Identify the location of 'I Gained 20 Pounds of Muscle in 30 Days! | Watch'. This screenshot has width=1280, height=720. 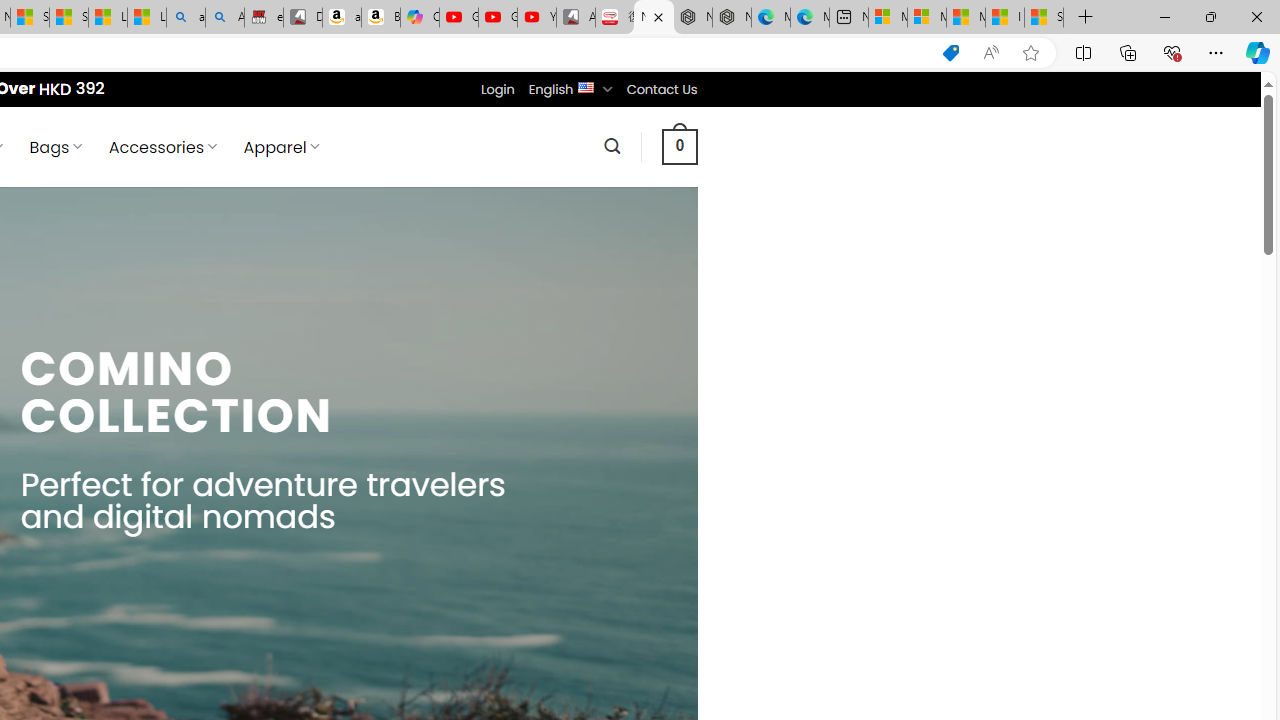
(1004, 17).